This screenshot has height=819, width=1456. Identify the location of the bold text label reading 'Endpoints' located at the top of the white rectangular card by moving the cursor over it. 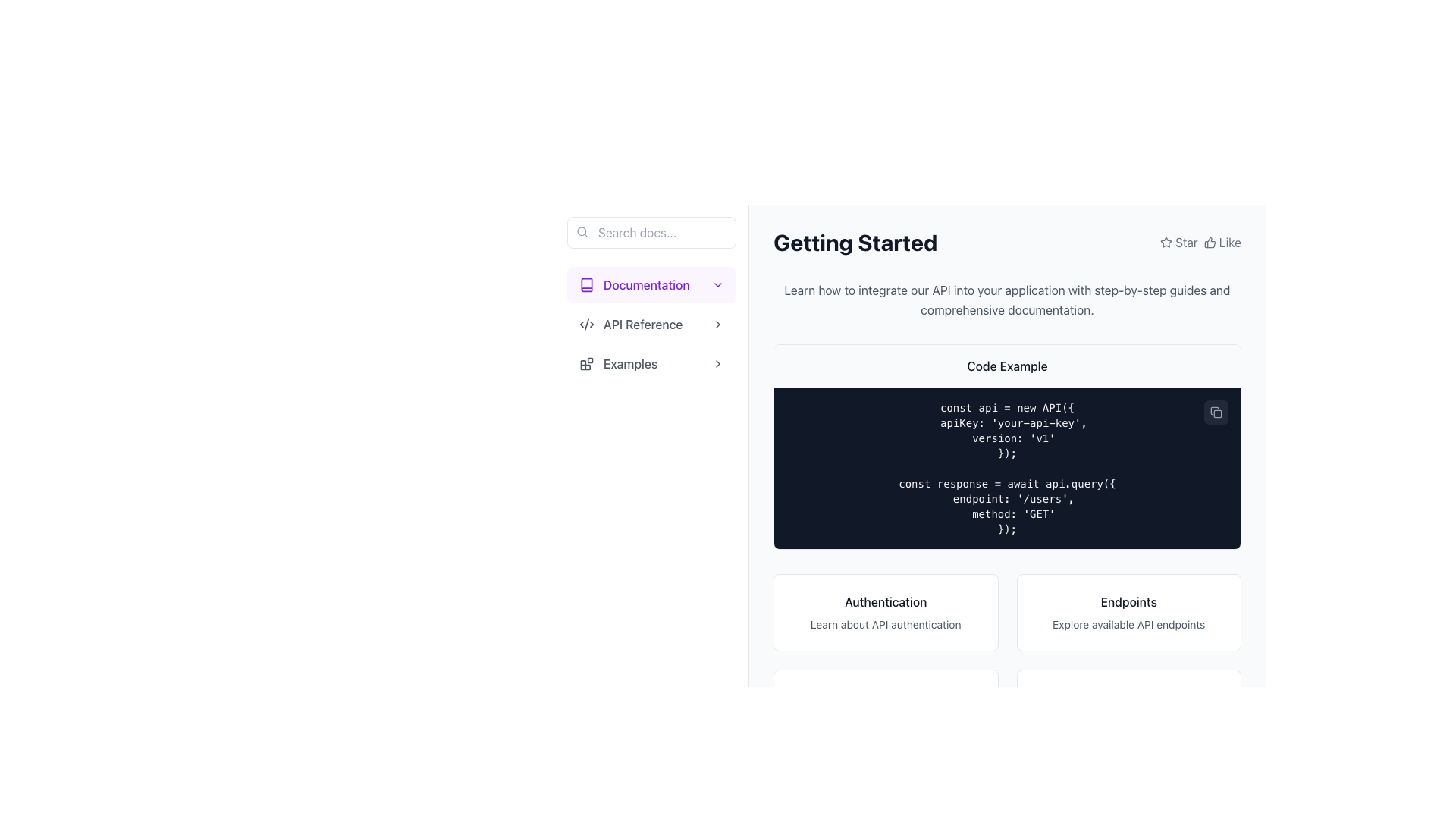
(1128, 601).